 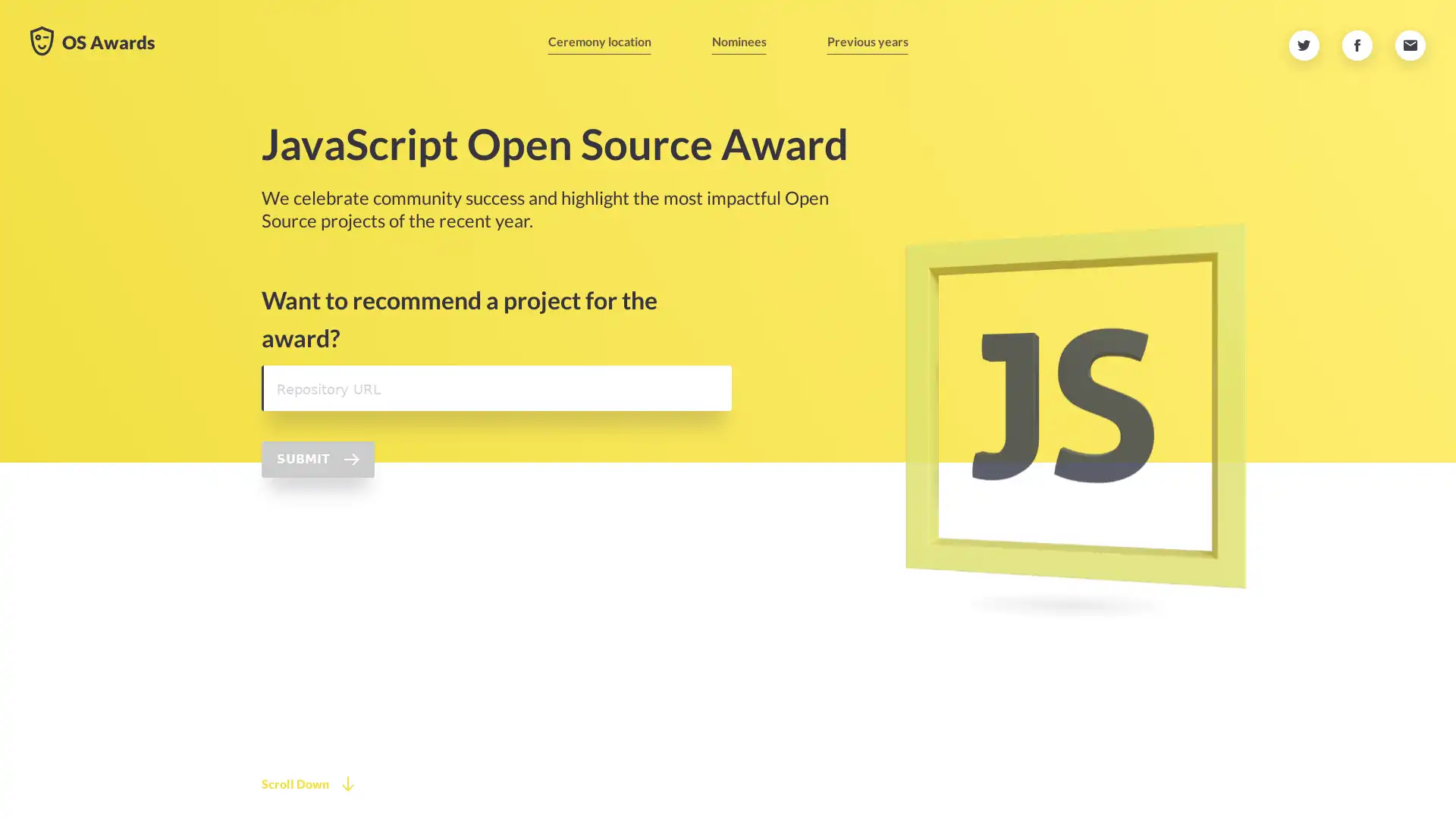 I want to click on SUBMIT, so click(x=317, y=544).